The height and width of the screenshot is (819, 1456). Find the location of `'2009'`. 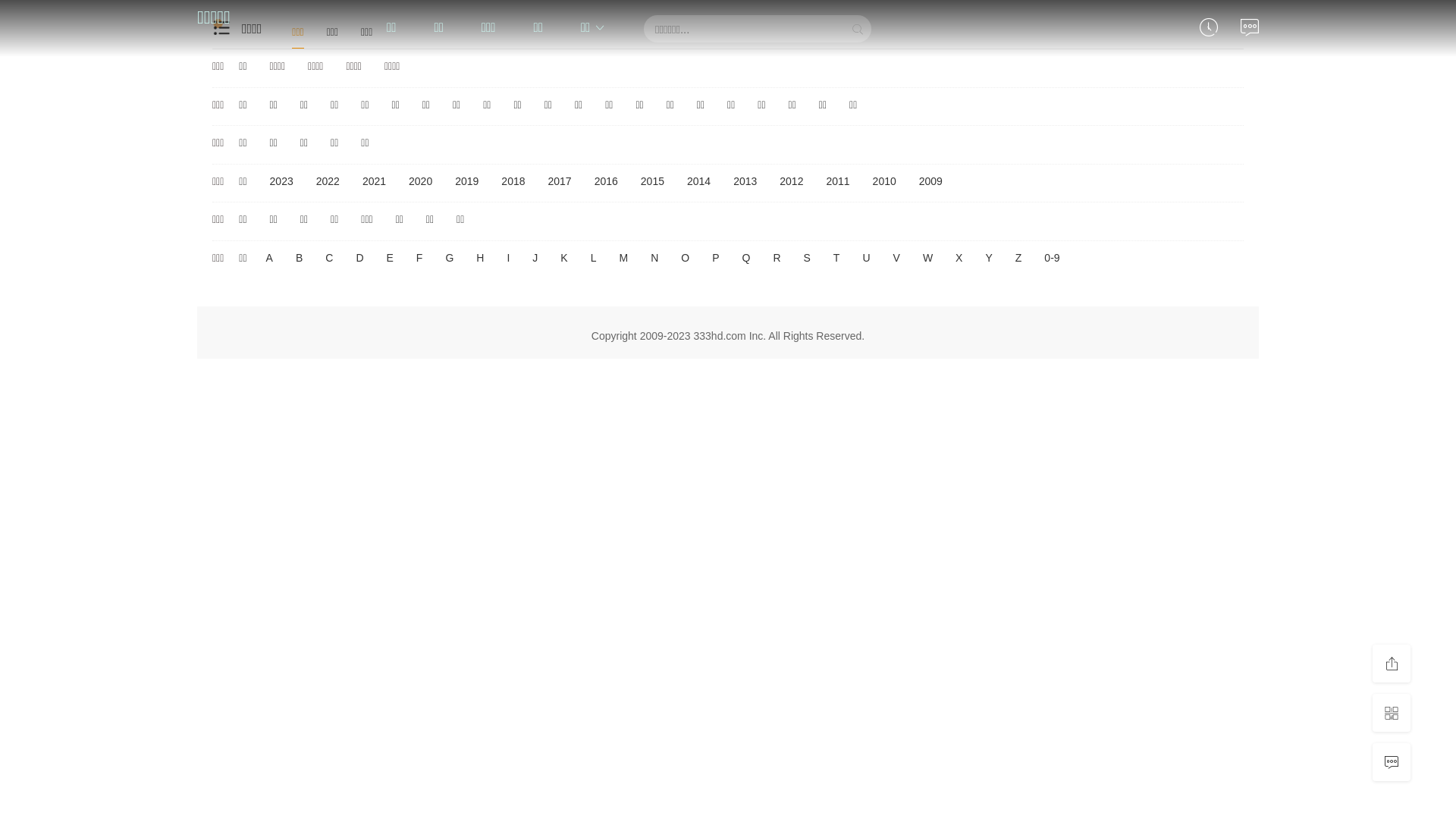

'2009' is located at coordinates (930, 180).